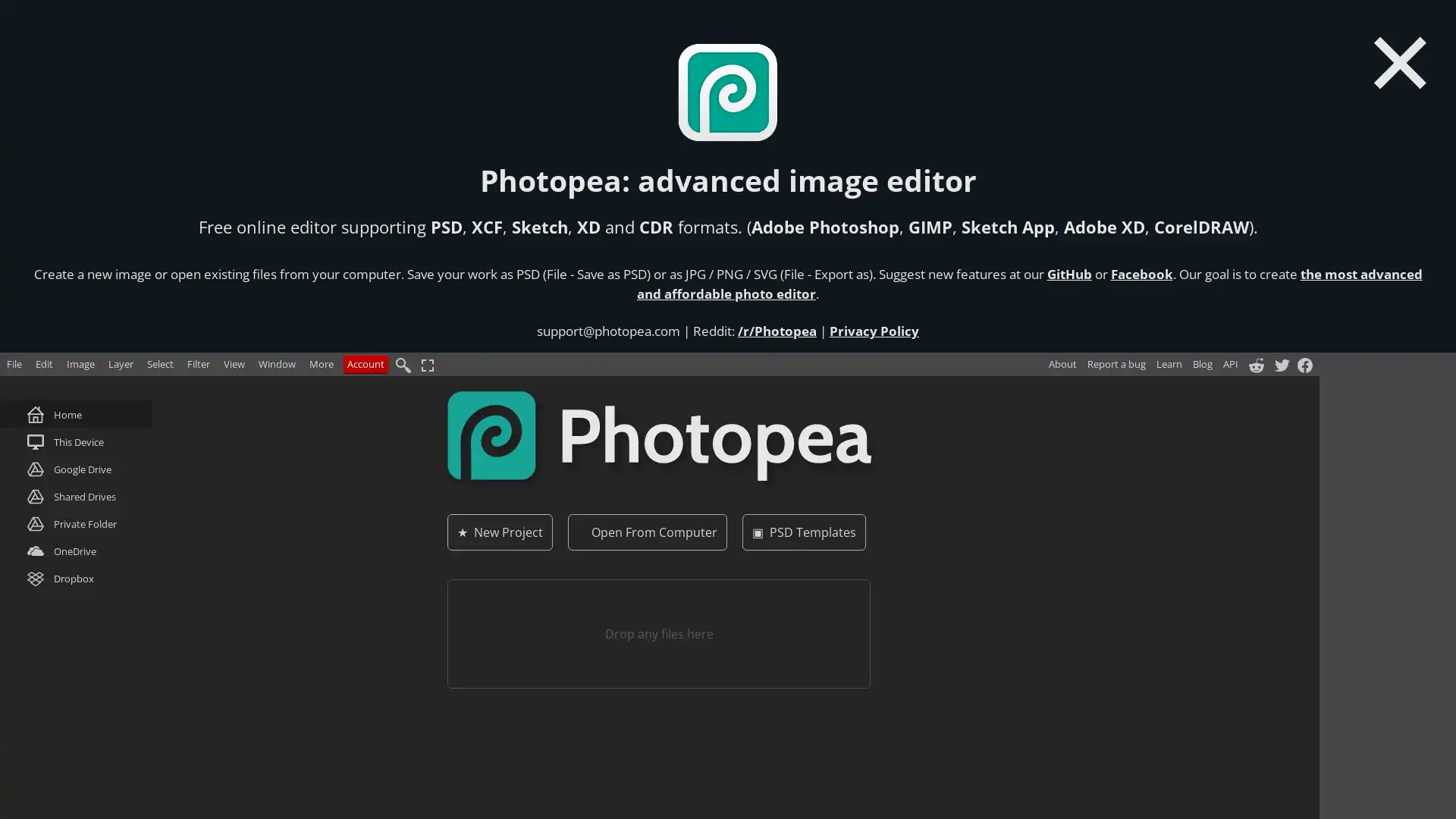 This screenshot has height=819, width=1456. What do you see at coordinates (366, 11) in the screenshot?
I see `Account` at bounding box center [366, 11].